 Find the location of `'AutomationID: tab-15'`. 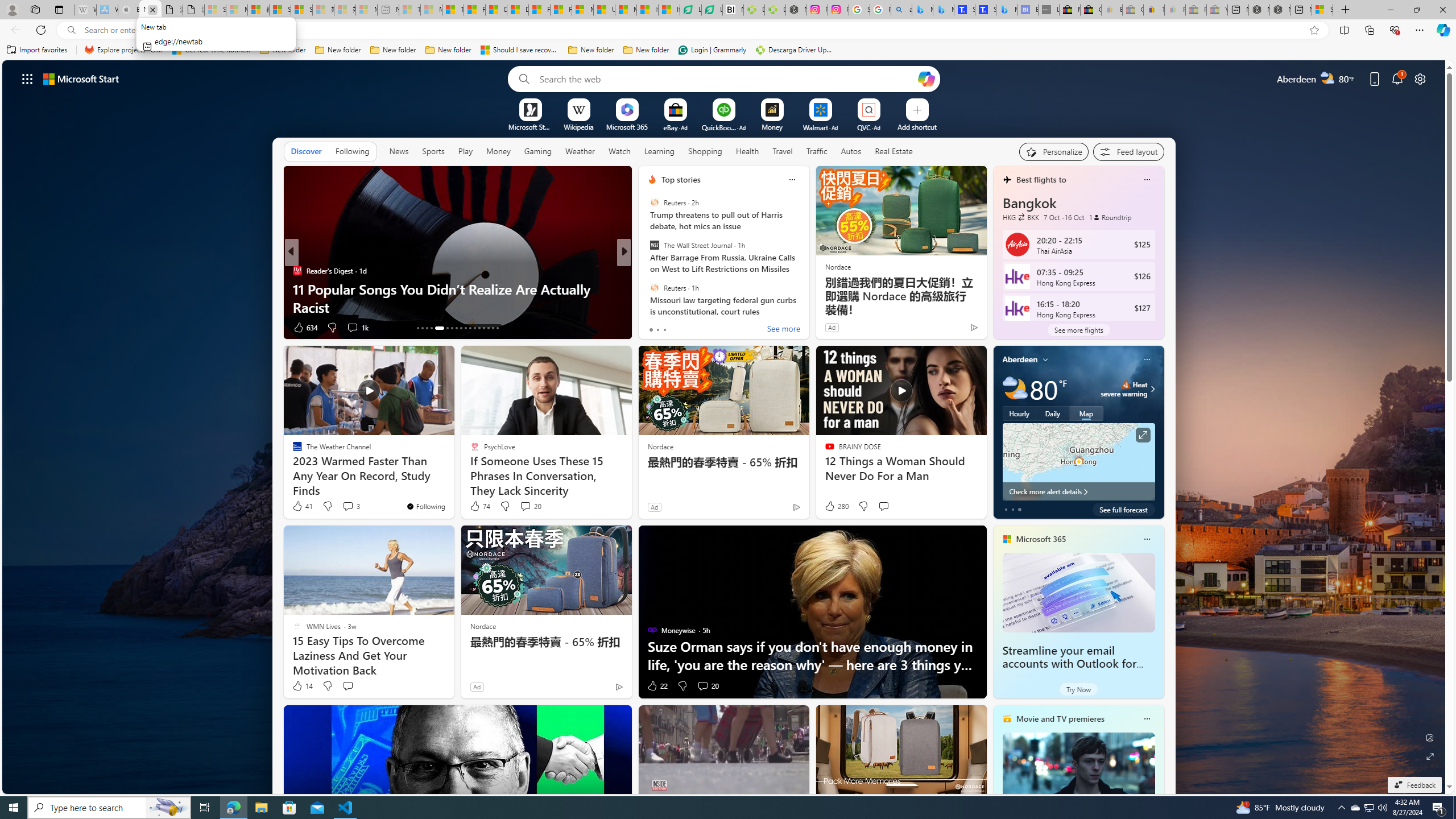

'AutomationID: tab-15' is located at coordinates (427, 328).